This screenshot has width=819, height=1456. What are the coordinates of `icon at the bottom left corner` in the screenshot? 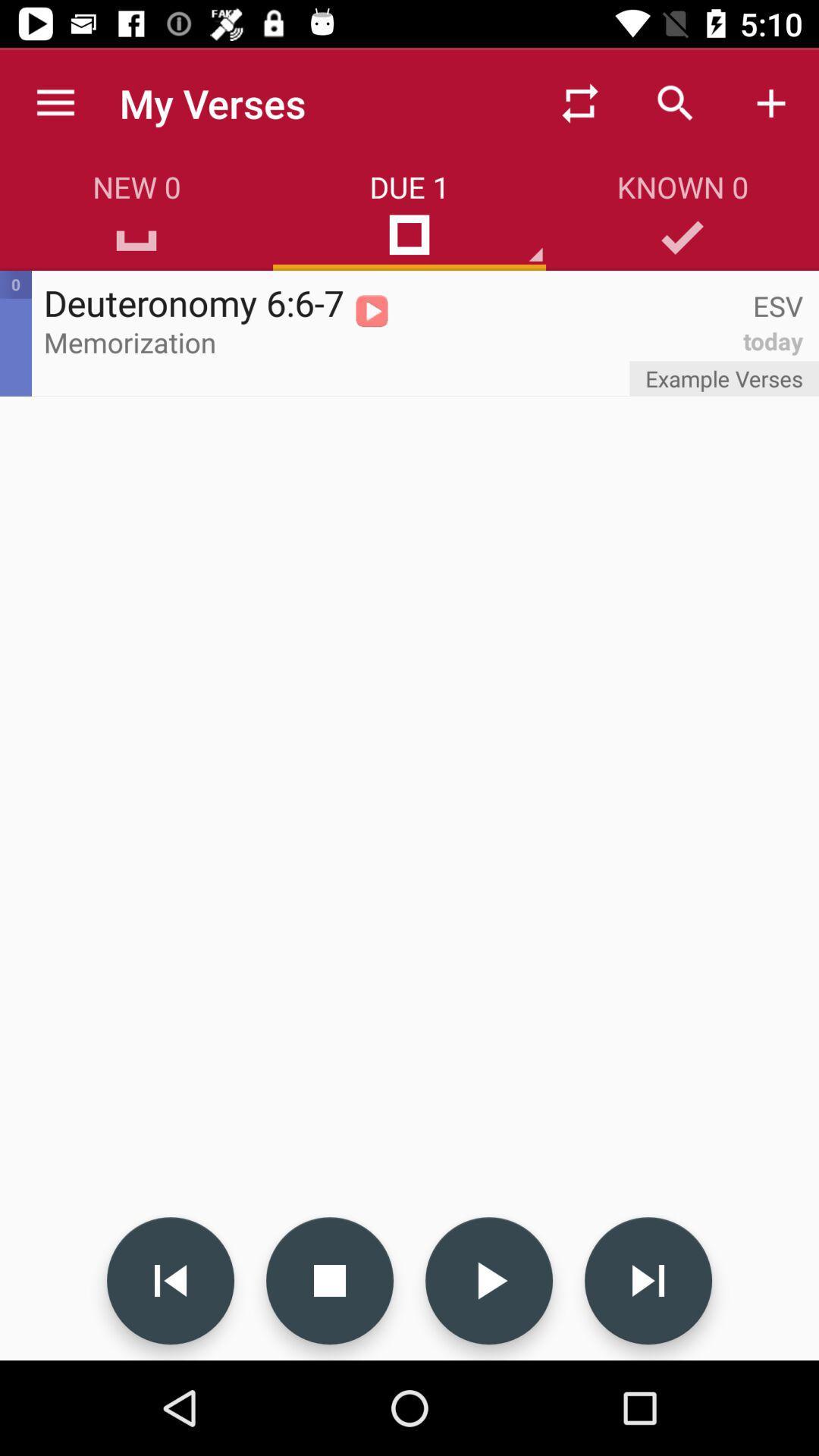 It's located at (170, 1280).